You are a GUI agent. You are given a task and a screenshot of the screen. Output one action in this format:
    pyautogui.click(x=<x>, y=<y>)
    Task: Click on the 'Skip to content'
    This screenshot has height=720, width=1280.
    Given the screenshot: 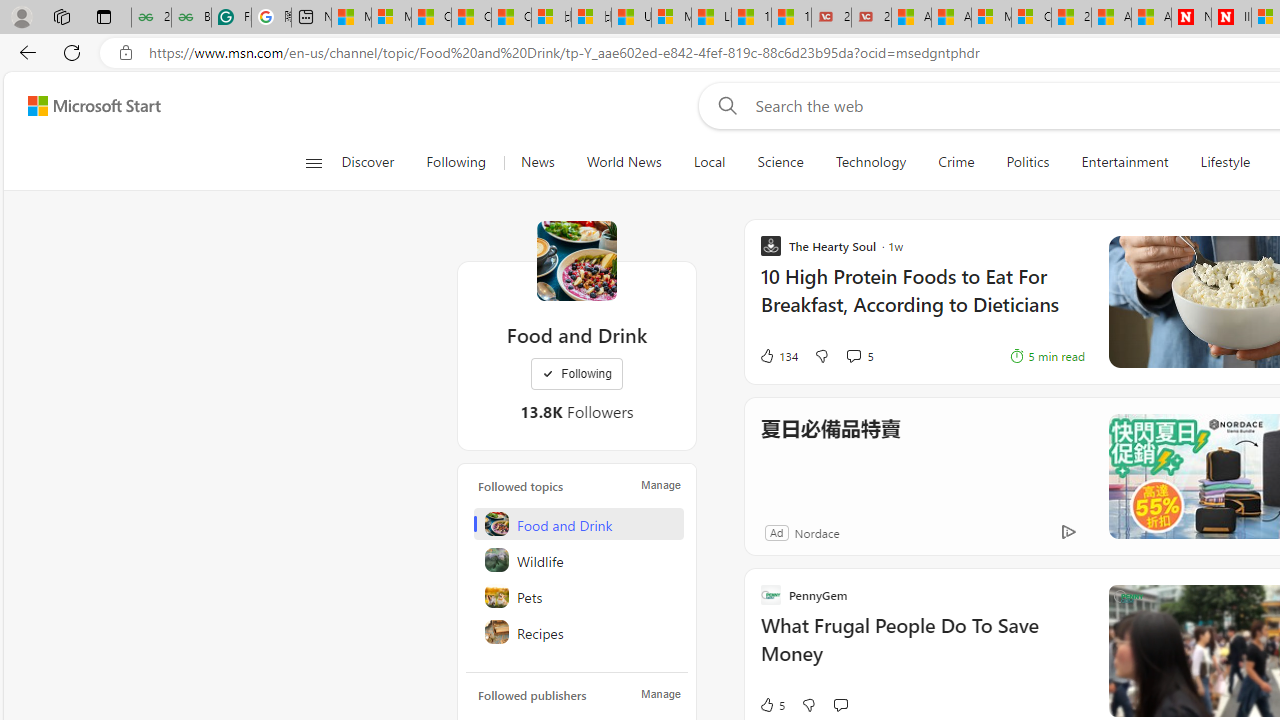 What is the action you would take?
    pyautogui.click(x=86, y=105)
    